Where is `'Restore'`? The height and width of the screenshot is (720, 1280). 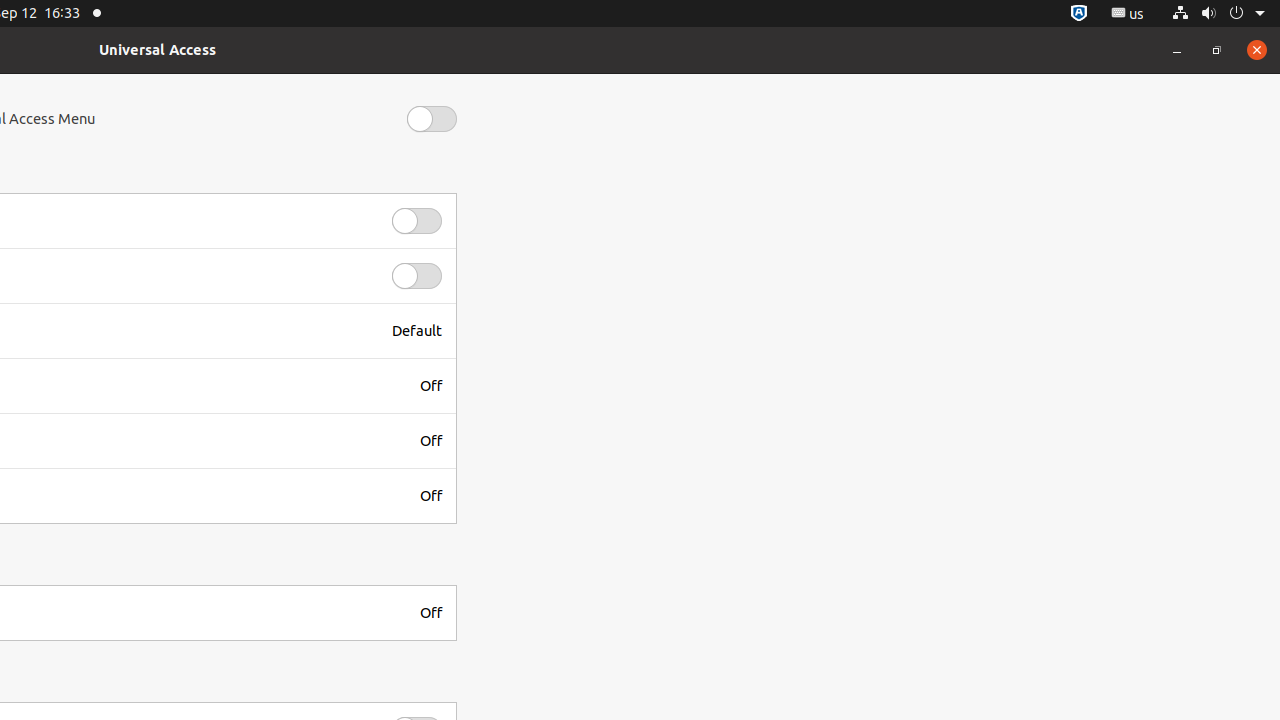
'Restore' is located at coordinates (1216, 48).